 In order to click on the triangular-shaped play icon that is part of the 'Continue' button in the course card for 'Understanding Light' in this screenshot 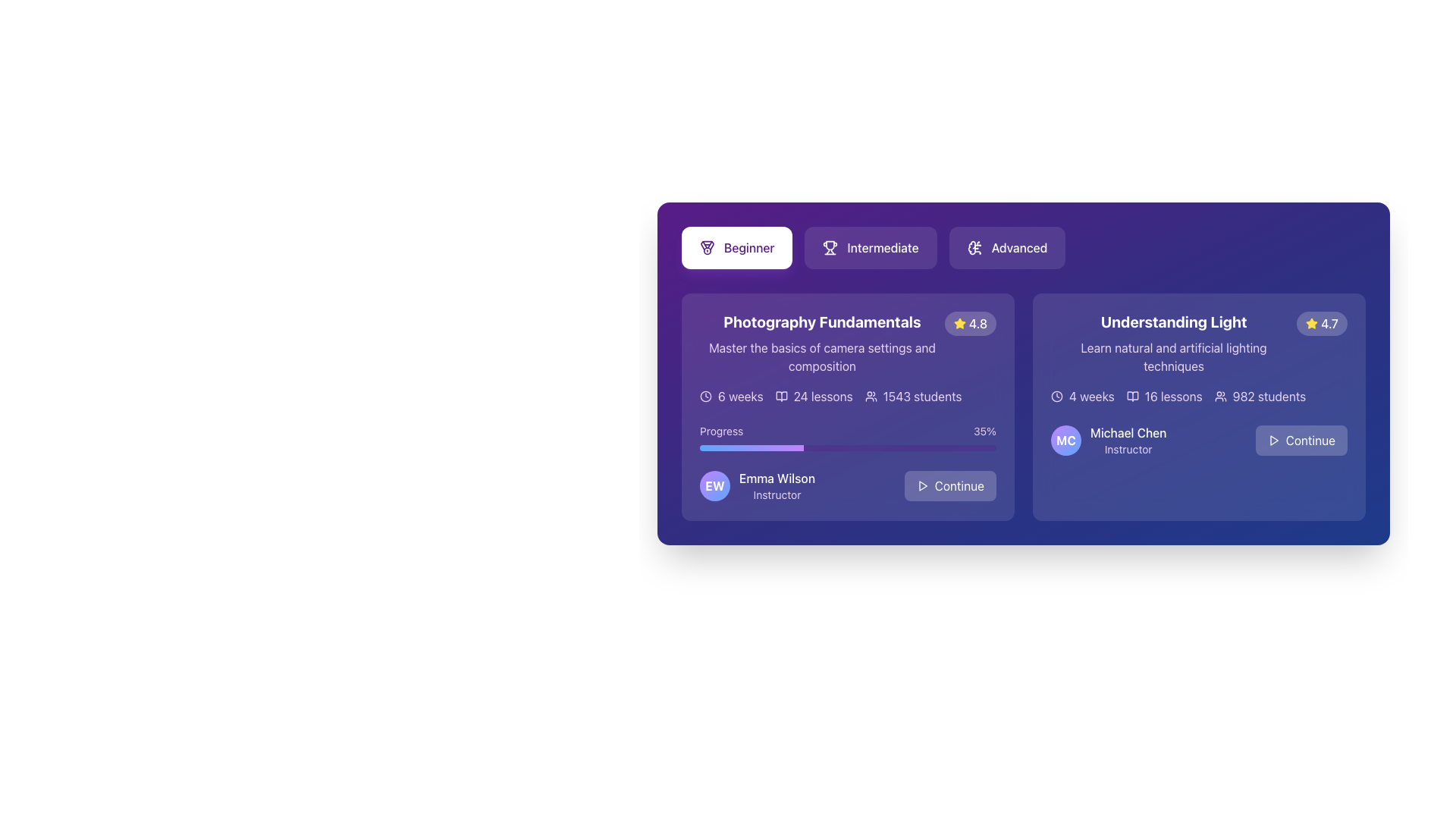, I will do `click(1273, 441)`.